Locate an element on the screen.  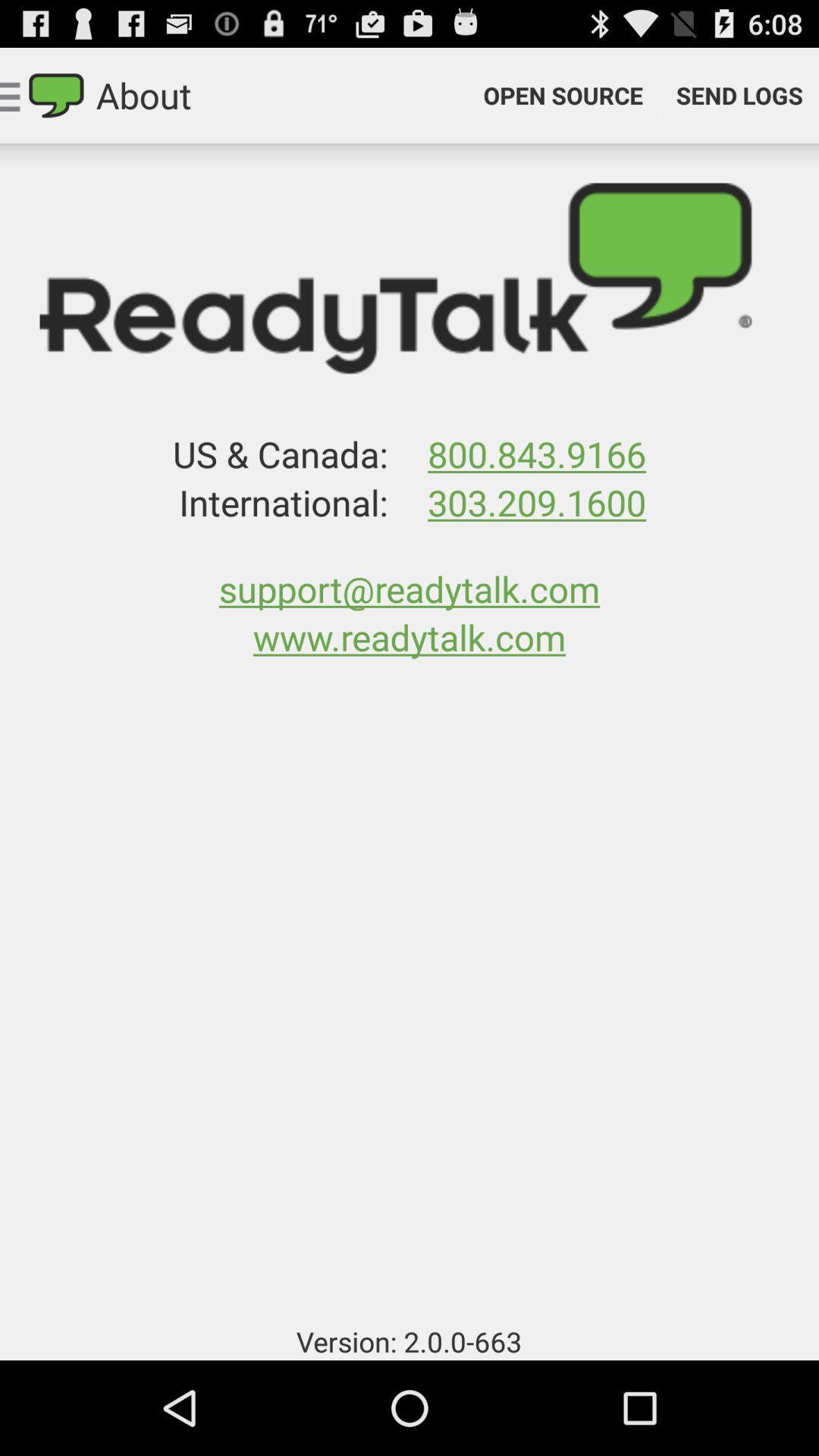
the icon next to the send logs icon is located at coordinates (563, 94).